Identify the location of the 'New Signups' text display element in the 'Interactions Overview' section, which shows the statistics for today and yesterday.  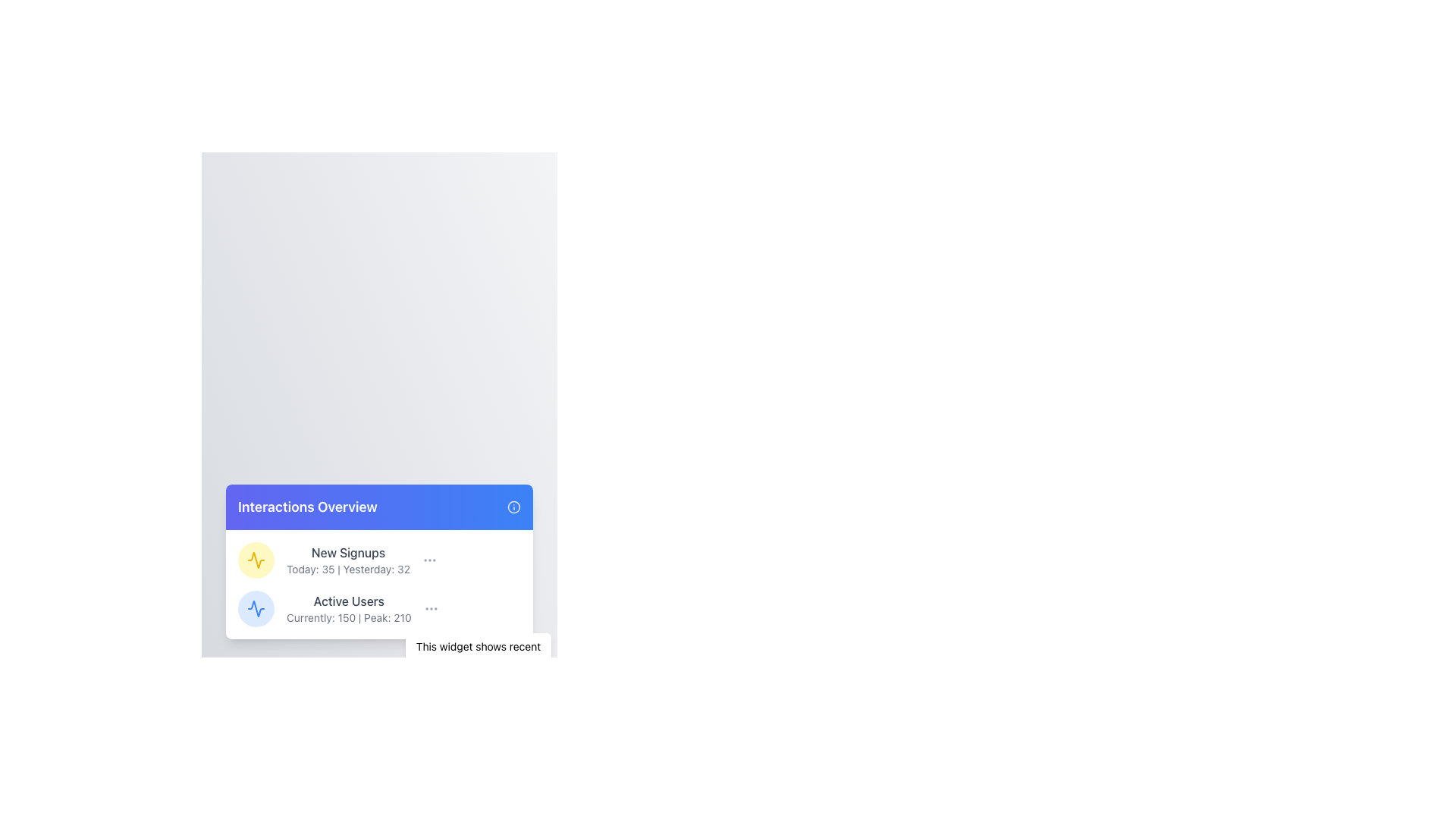
(347, 560).